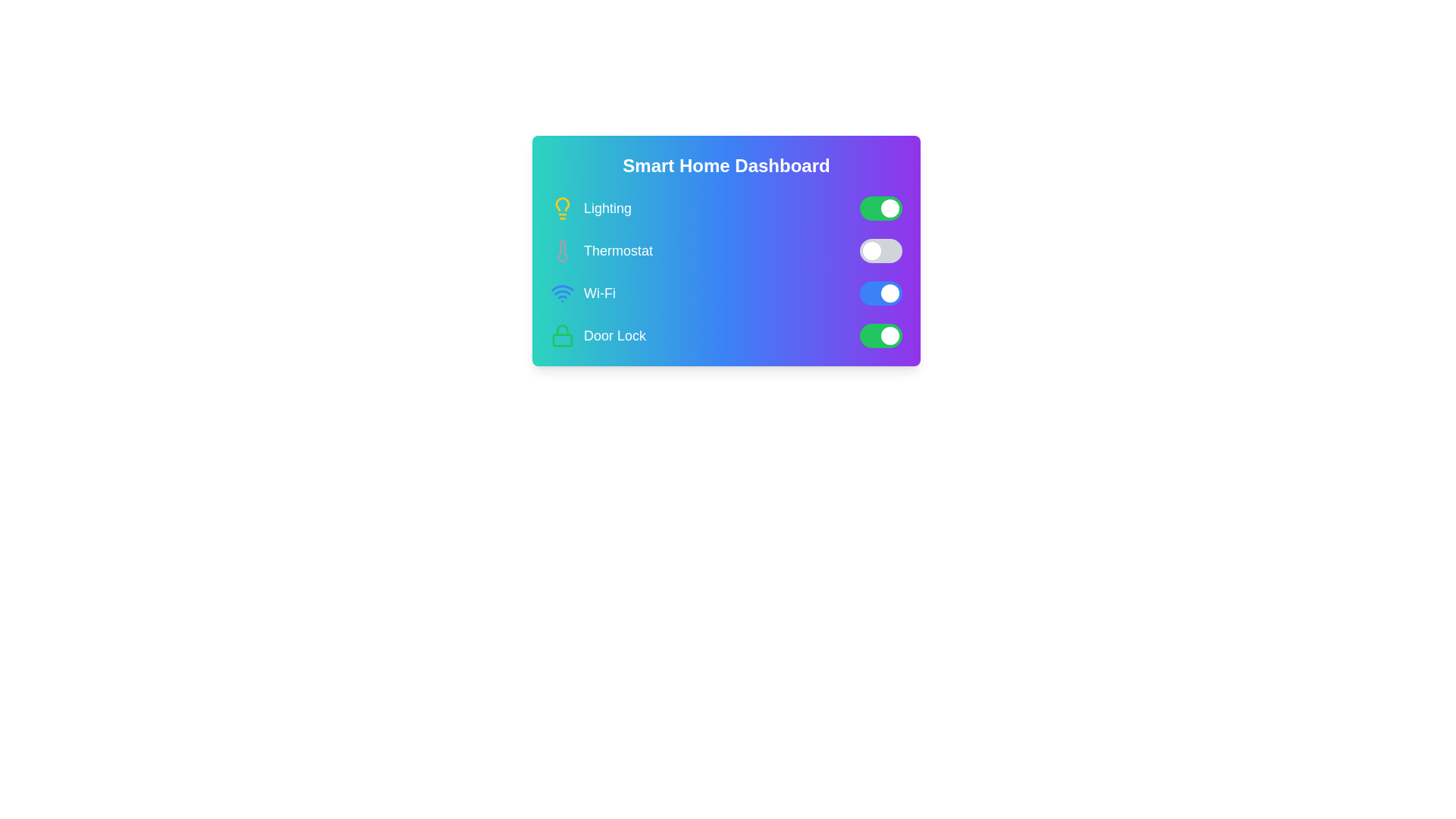  Describe the element at coordinates (890, 335) in the screenshot. I see `the toggle switch indicator for the 'Door Lock' feature, which is the rightmost part of the toggle switch` at that location.